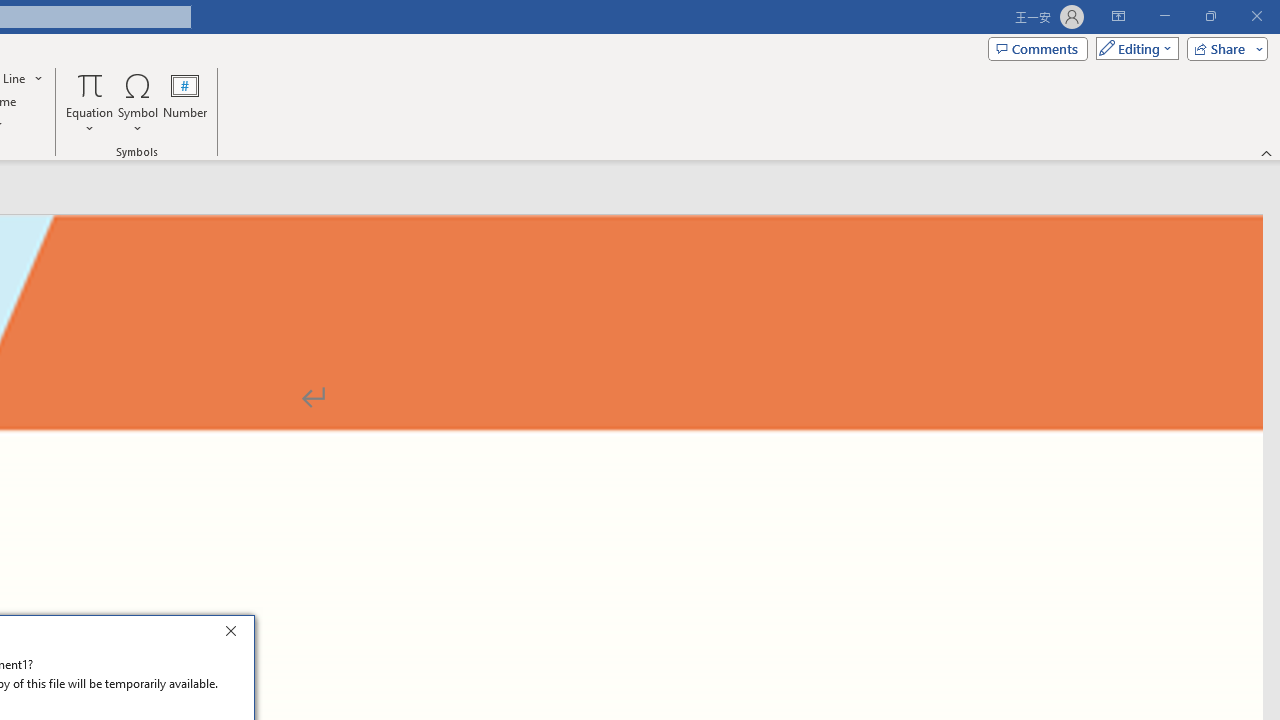  I want to click on 'Equation', so click(89, 103).